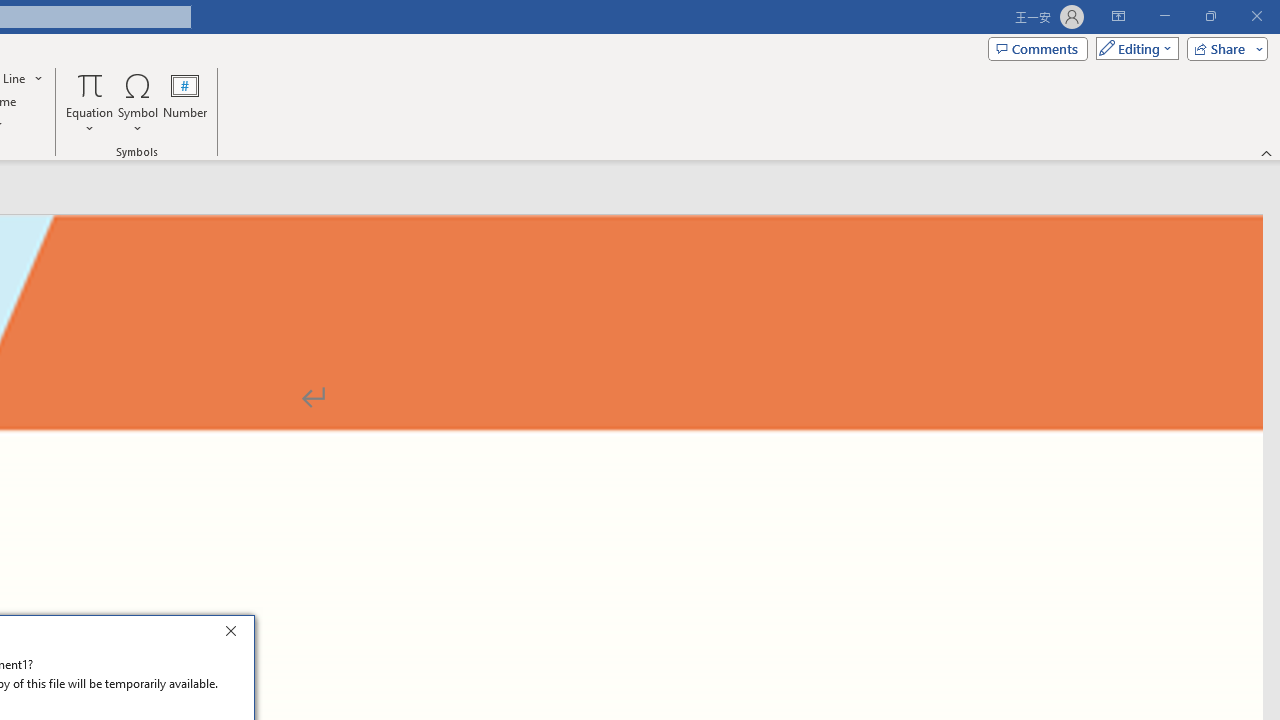  I want to click on 'Equation', so click(89, 103).